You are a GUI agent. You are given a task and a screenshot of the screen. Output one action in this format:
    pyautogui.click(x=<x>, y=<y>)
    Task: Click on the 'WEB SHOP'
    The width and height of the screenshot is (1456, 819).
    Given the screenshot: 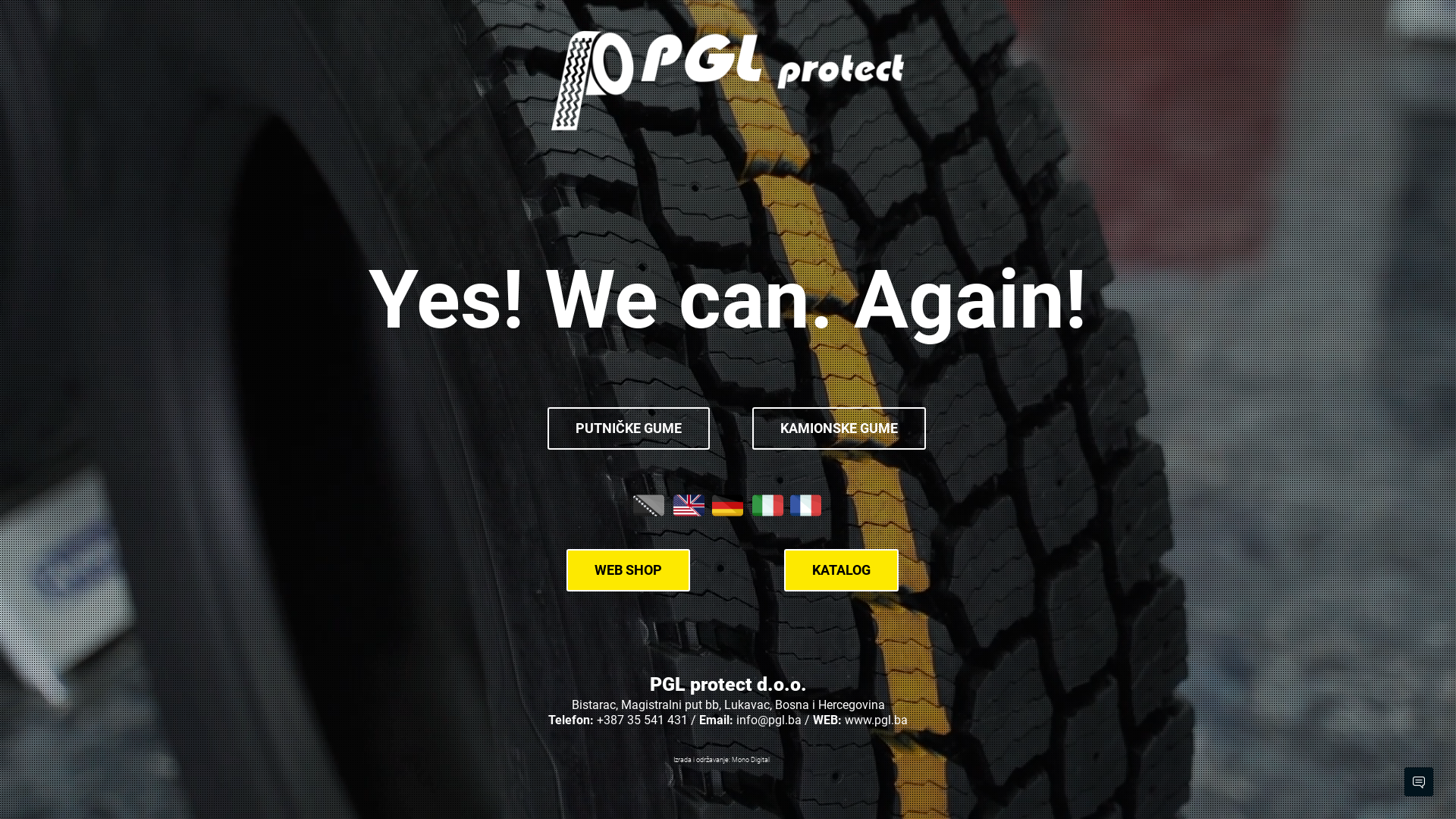 What is the action you would take?
    pyautogui.click(x=628, y=570)
    